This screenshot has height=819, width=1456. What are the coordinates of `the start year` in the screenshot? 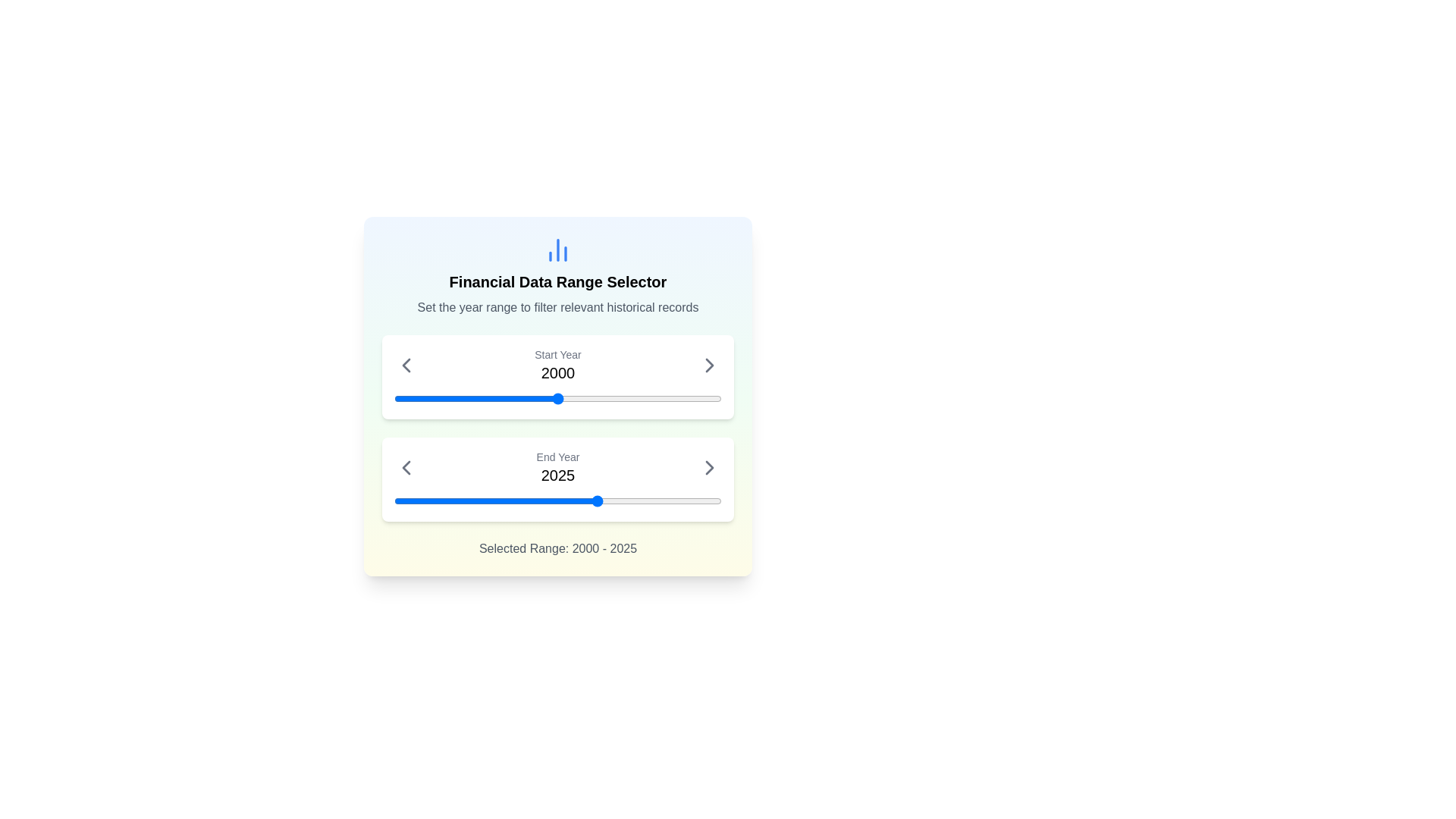 It's located at (535, 397).